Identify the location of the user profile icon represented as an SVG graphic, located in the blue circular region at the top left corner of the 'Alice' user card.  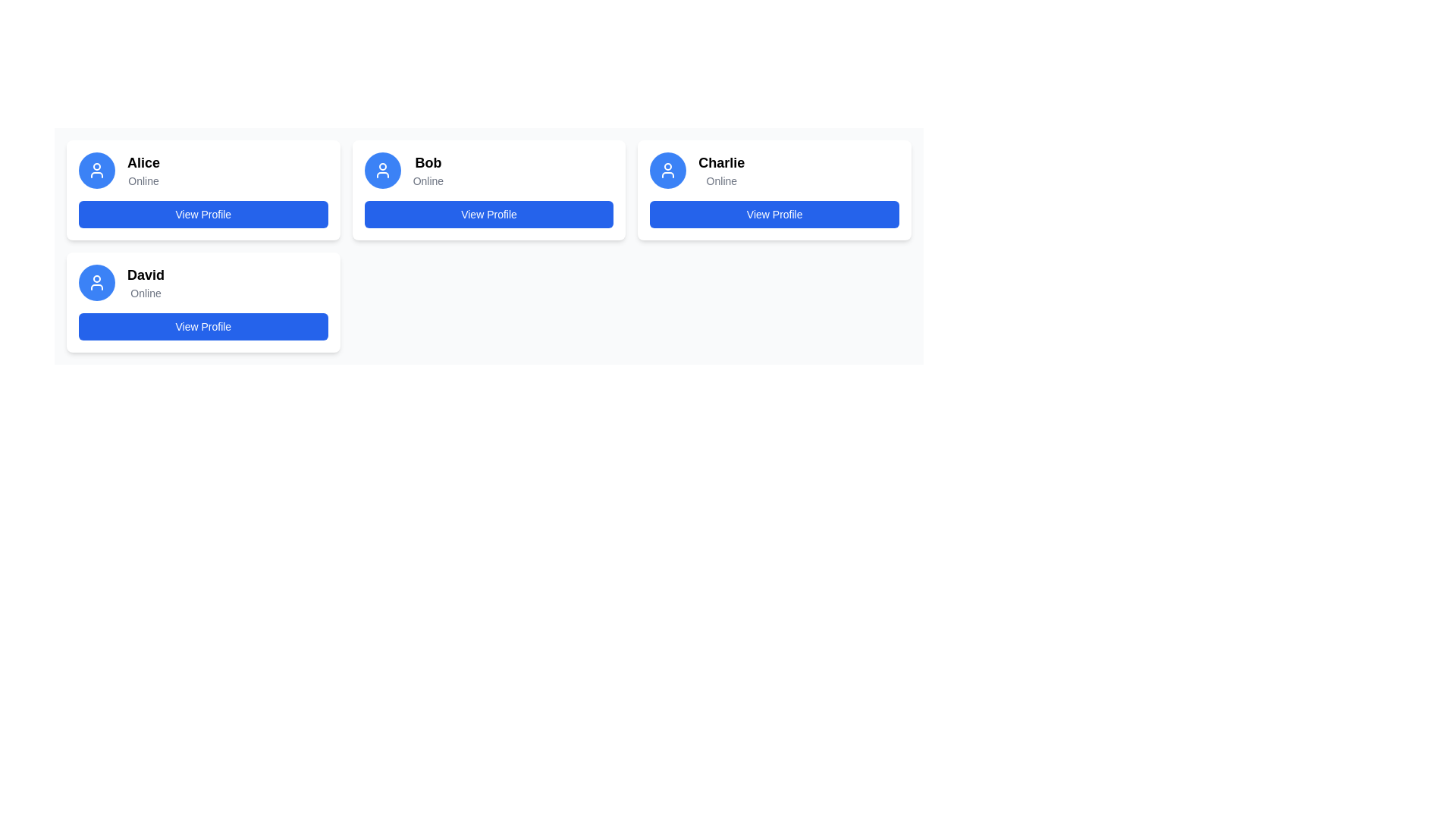
(96, 170).